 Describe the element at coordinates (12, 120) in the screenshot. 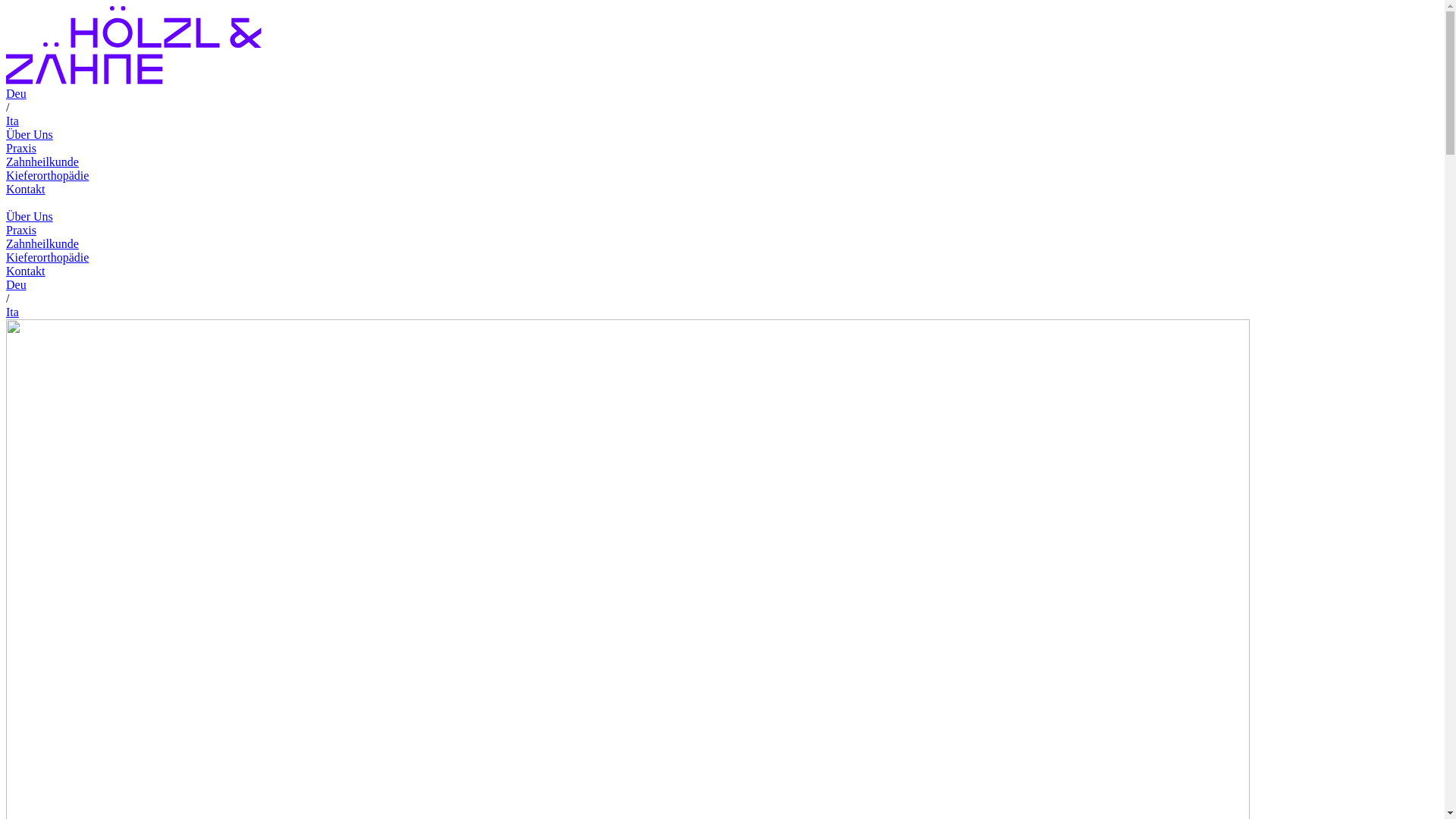

I see `'Ita'` at that location.